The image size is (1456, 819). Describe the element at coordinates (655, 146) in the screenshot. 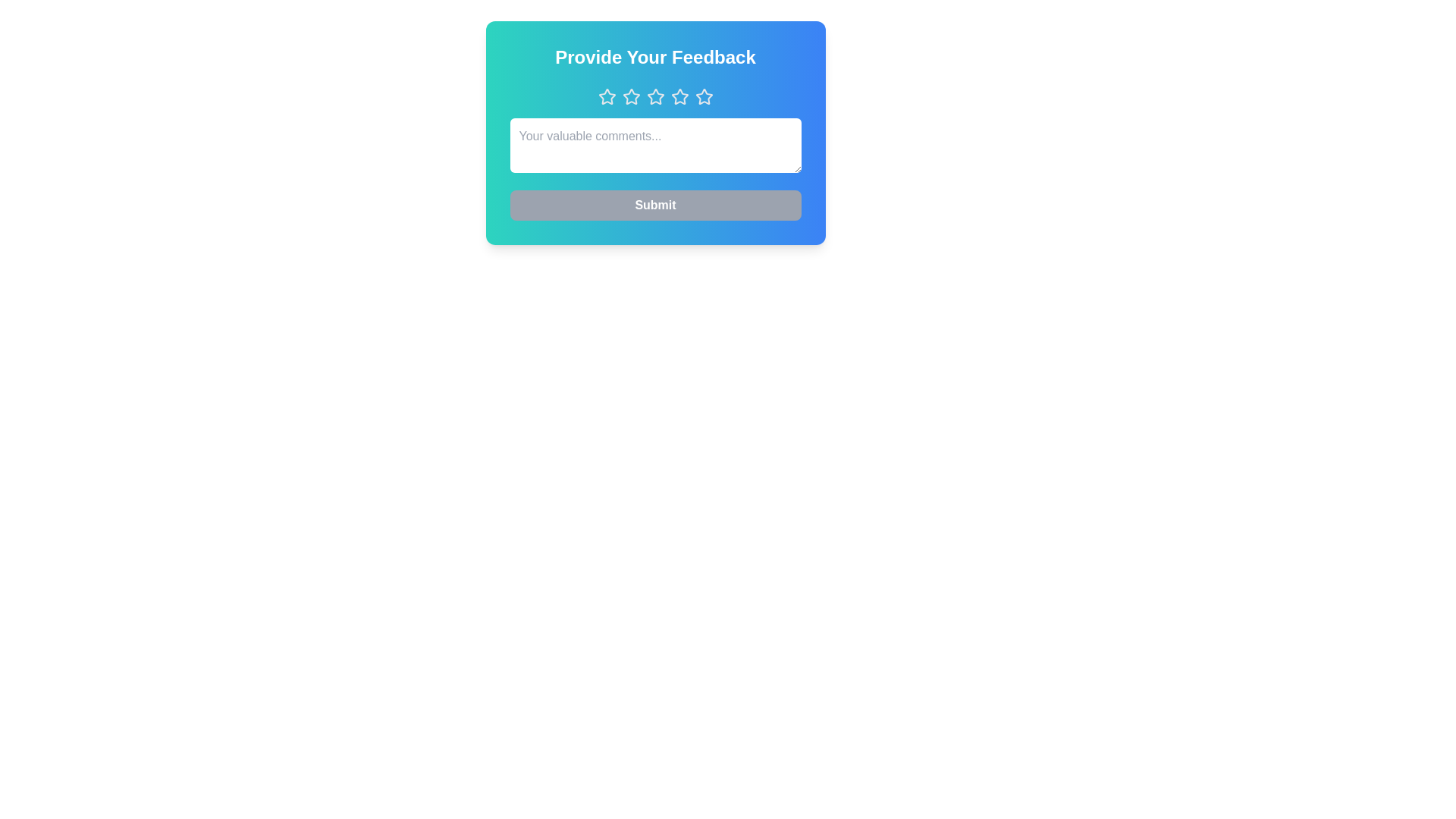

I see `the text area and input the text 'Your valuable comments...'` at that location.